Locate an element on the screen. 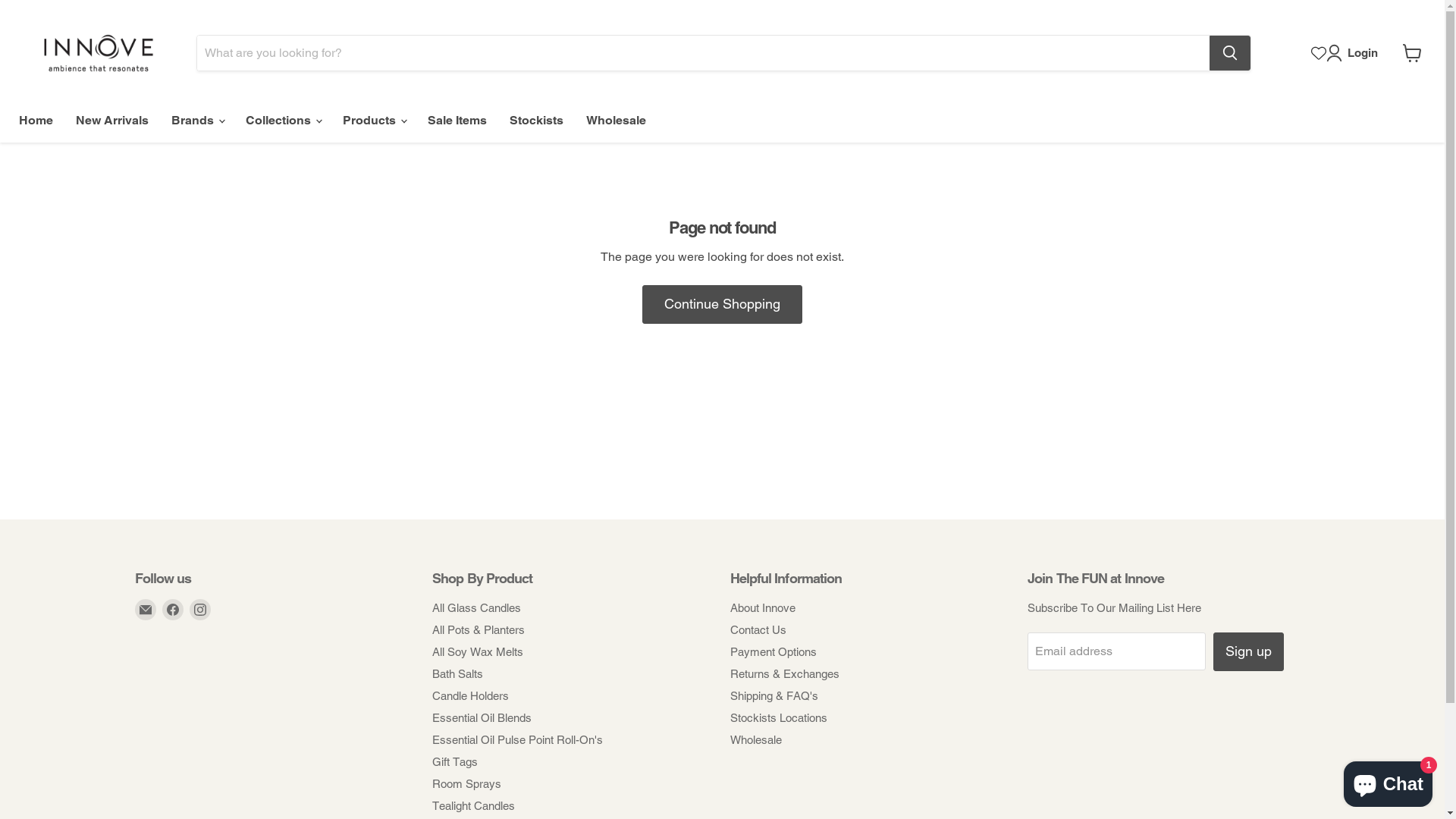 Image resolution: width=1456 pixels, height=819 pixels. 'All Soy Wax Melts' is located at coordinates (476, 651).